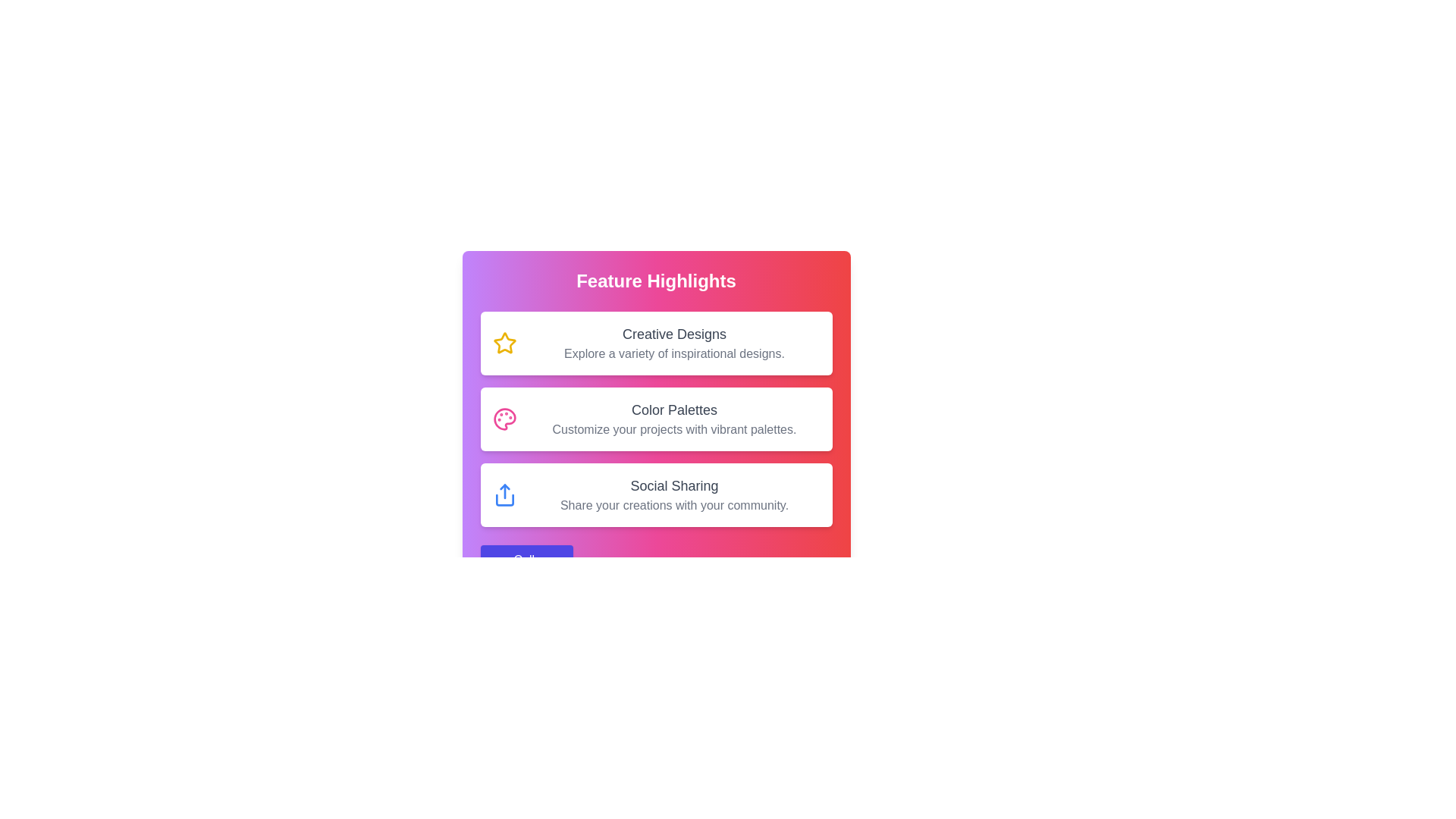 The image size is (1456, 819). Describe the element at coordinates (673, 333) in the screenshot. I see `the descriptive title text label that identifies the content beneath it, situated above the subtitle 'Explore a variety of inspirational designs'` at that location.